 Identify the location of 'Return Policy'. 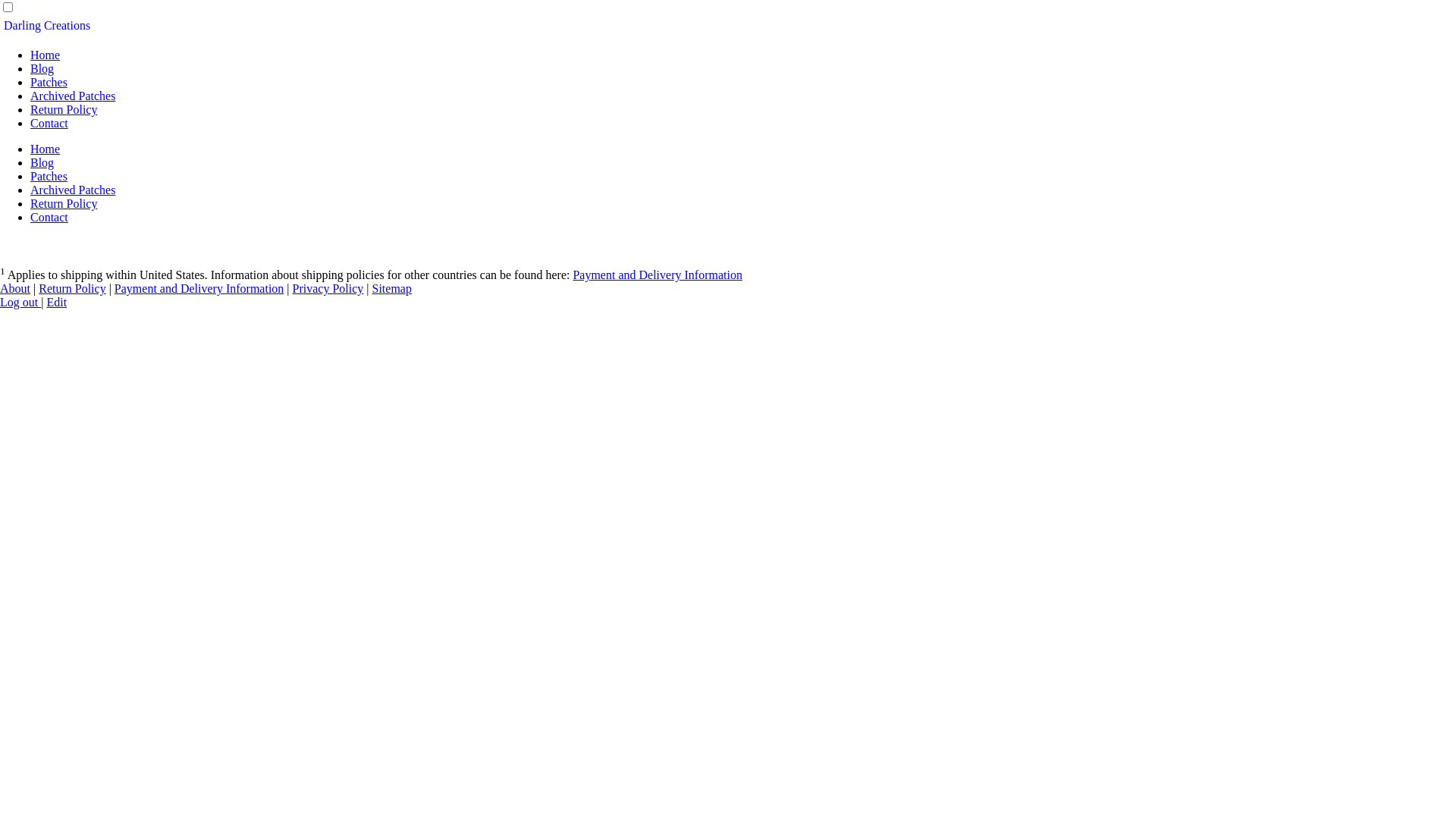
(39, 288).